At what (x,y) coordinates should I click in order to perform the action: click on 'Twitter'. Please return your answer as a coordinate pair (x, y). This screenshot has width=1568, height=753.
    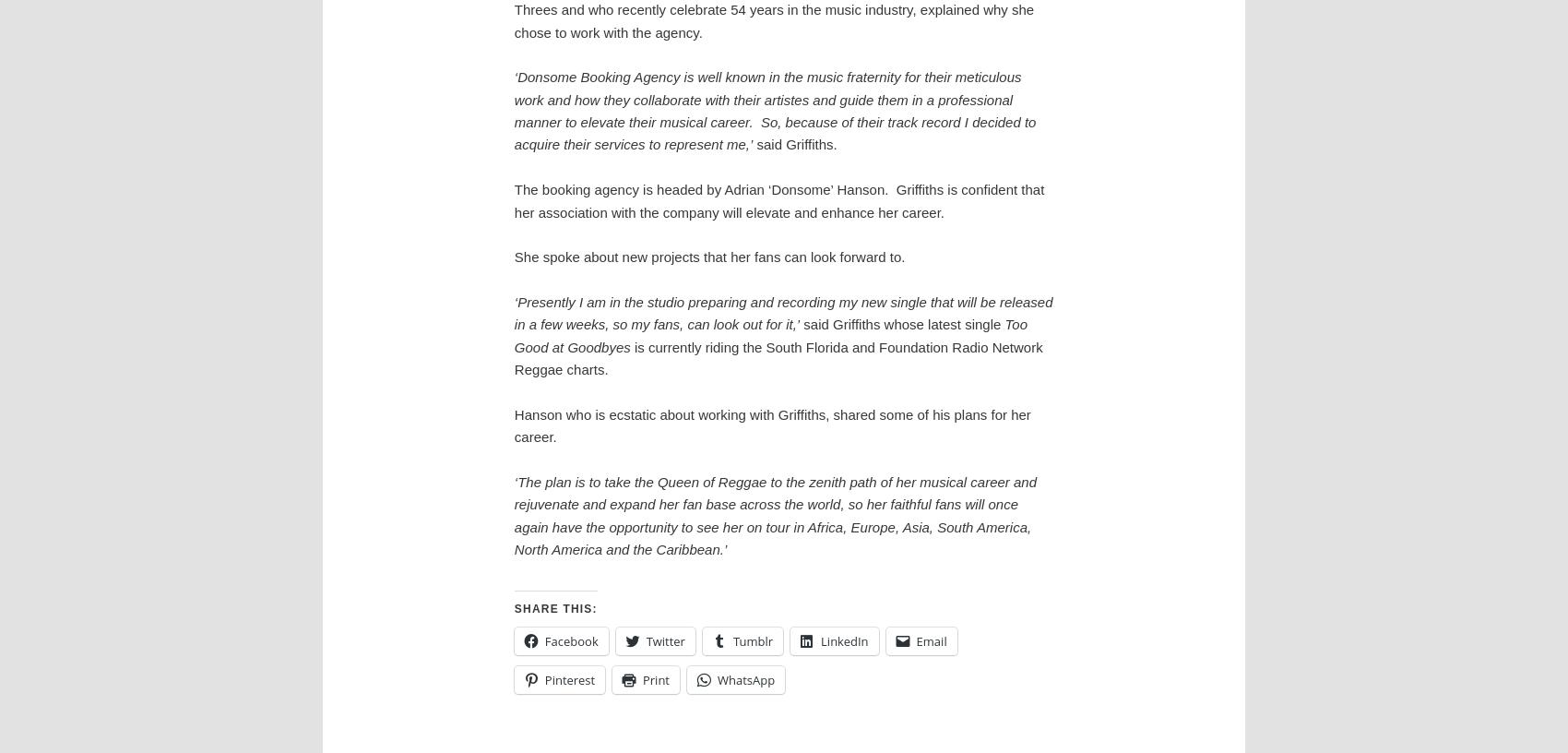
    Looking at the image, I should click on (646, 639).